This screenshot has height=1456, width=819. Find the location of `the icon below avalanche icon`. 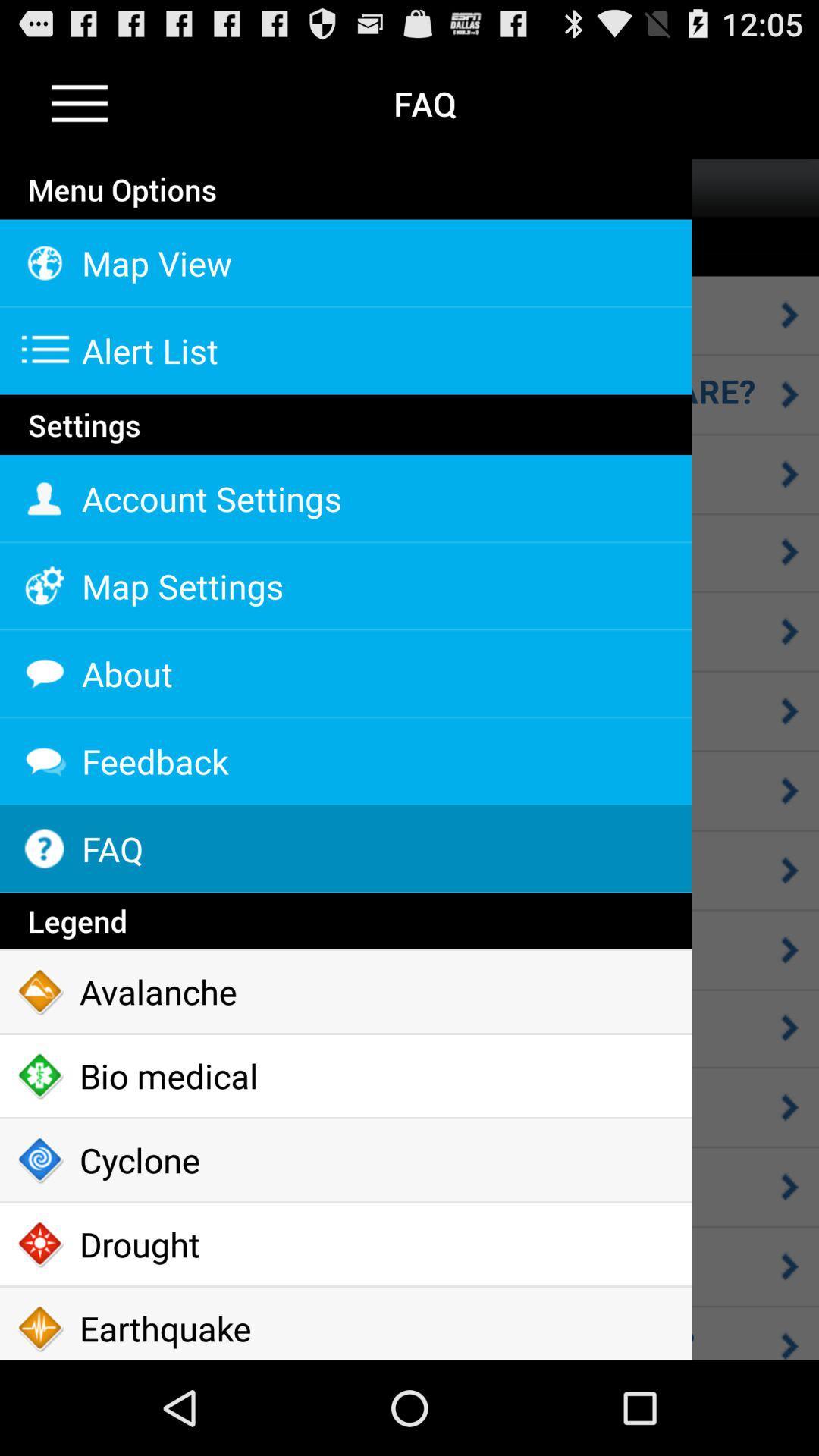

the icon below avalanche icon is located at coordinates (345, 1075).